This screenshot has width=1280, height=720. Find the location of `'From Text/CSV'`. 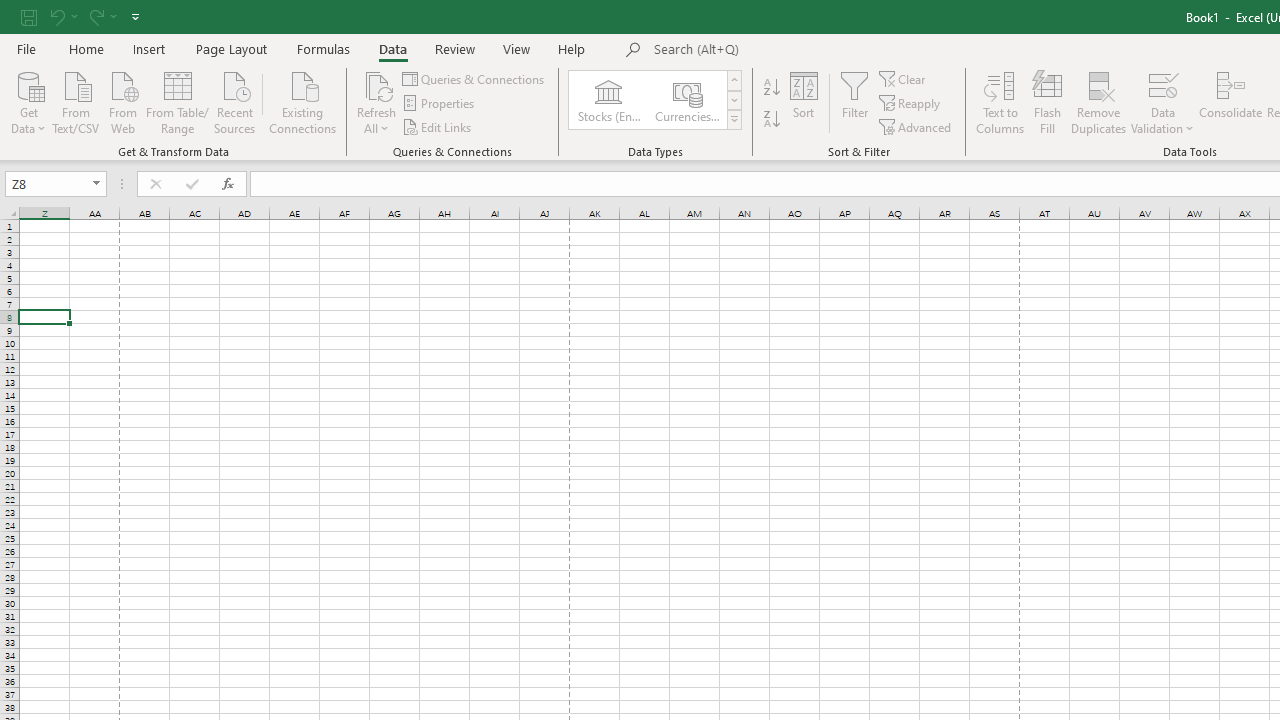

'From Text/CSV' is located at coordinates (76, 101).